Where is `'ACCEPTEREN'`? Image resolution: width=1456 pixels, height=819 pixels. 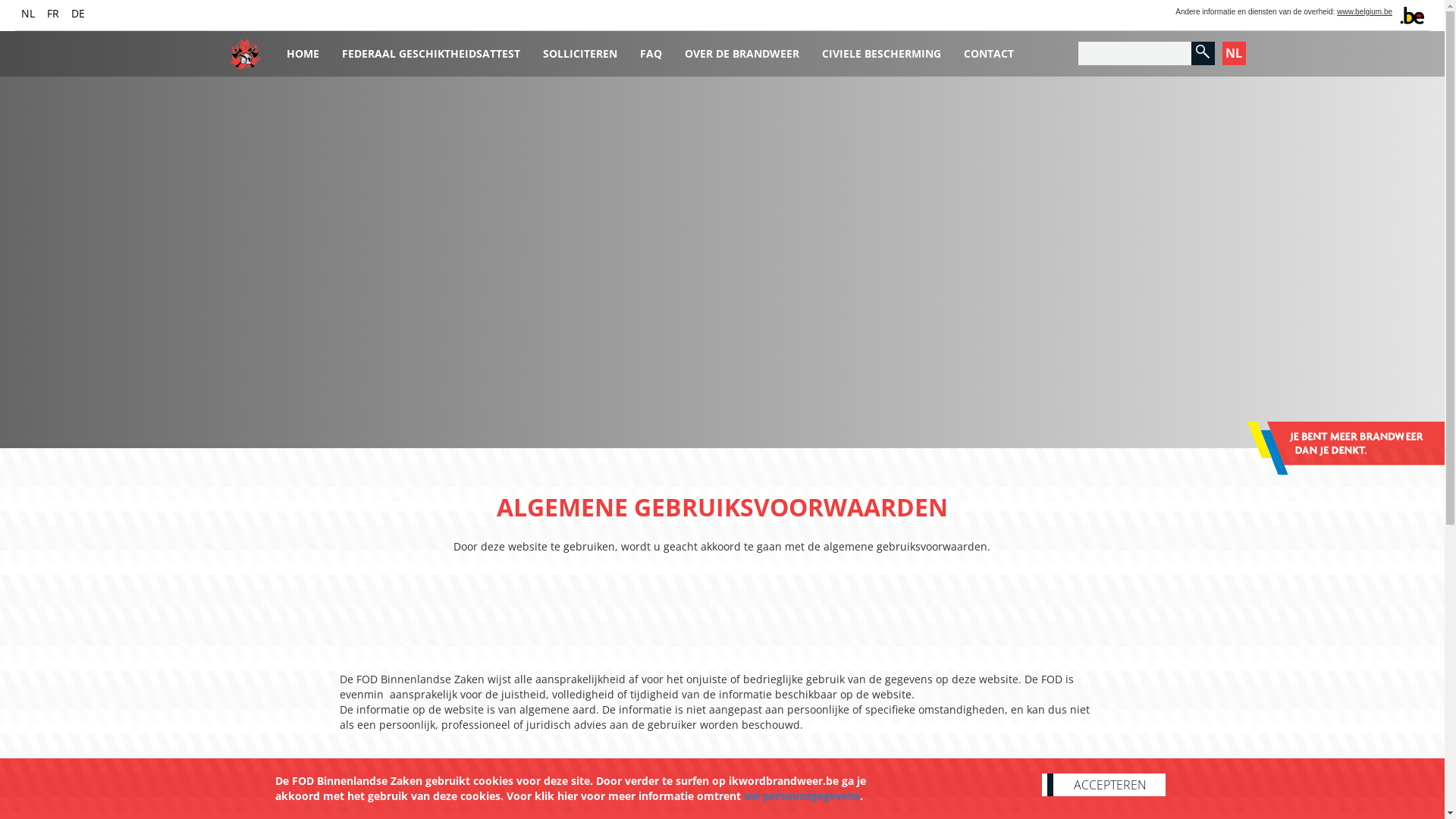 'ACCEPTEREN' is located at coordinates (1103, 784).